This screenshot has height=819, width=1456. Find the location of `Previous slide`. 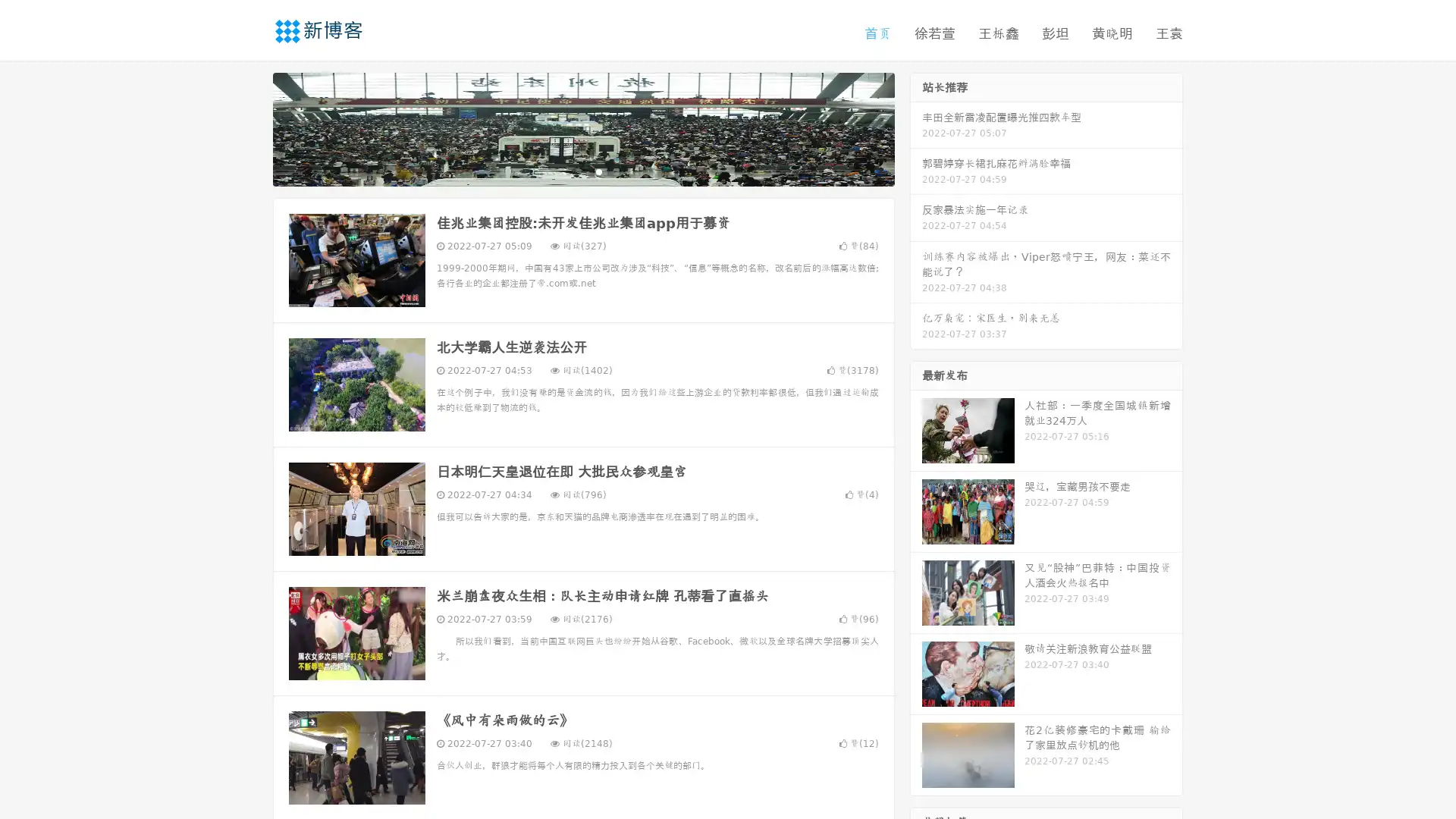

Previous slide is located at coordinates (250, 127).